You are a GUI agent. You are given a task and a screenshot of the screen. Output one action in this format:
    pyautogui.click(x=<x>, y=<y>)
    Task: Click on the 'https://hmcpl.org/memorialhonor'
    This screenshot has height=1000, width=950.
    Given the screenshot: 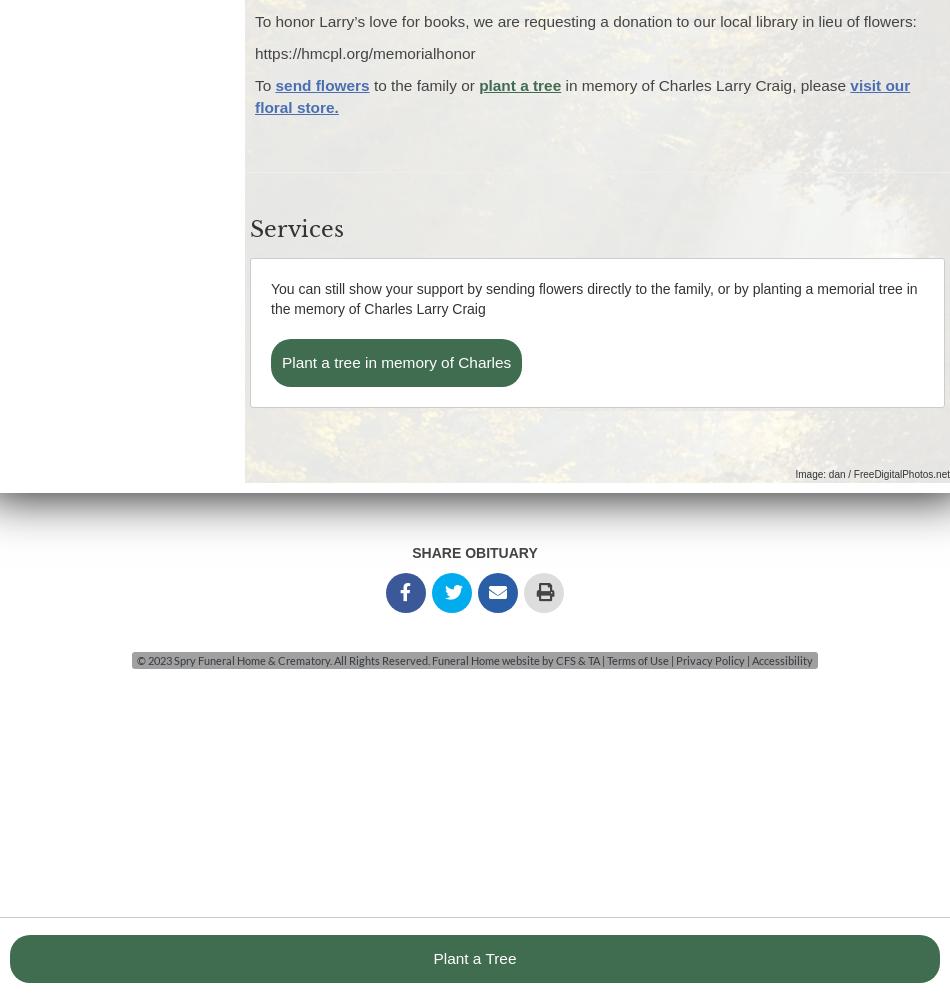 What is the action you would take?
    pyautogui.click(x=365, y=53)
    